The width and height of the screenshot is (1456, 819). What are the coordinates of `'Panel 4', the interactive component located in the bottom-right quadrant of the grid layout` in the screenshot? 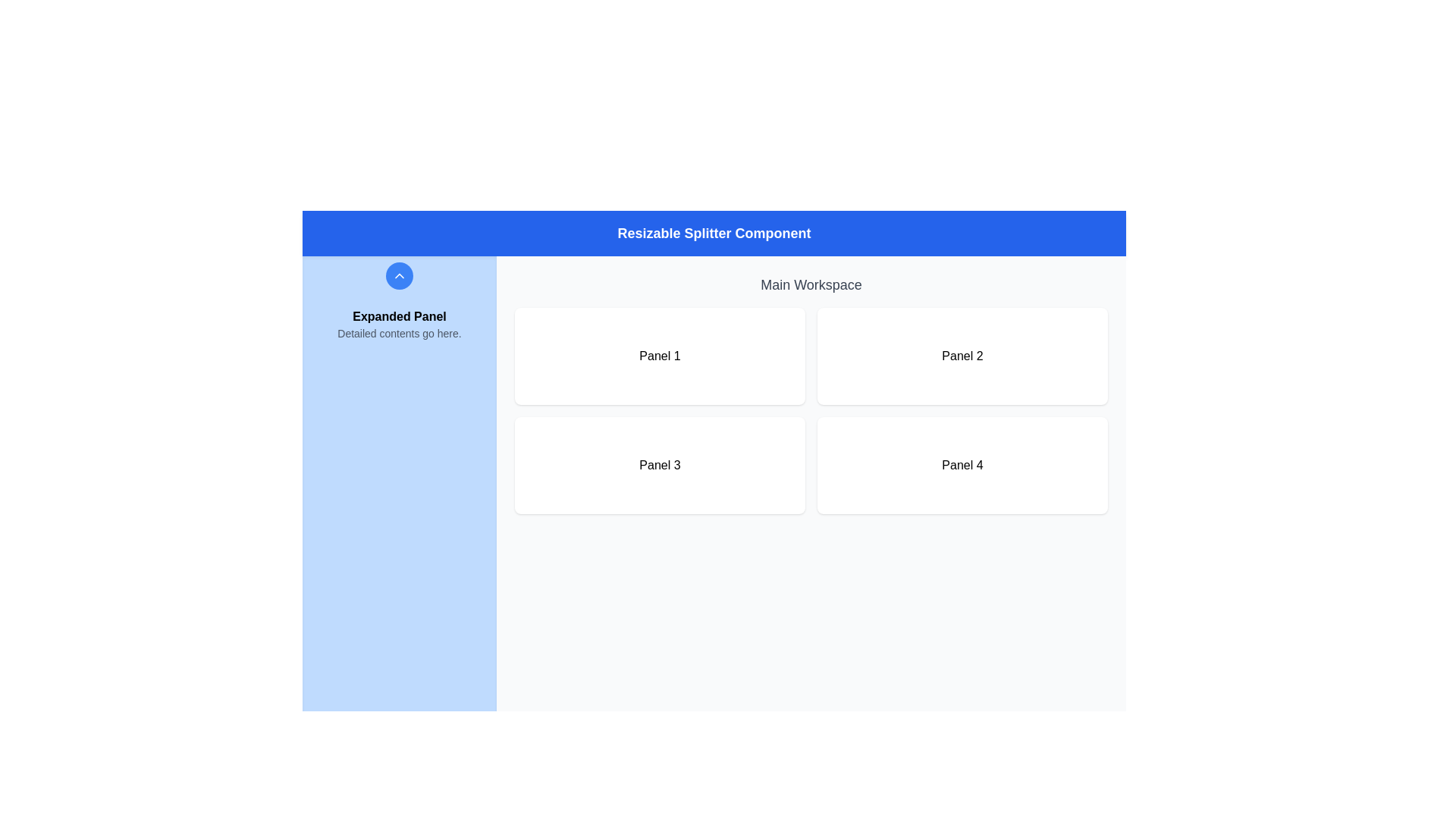 It's located at (962, 464).